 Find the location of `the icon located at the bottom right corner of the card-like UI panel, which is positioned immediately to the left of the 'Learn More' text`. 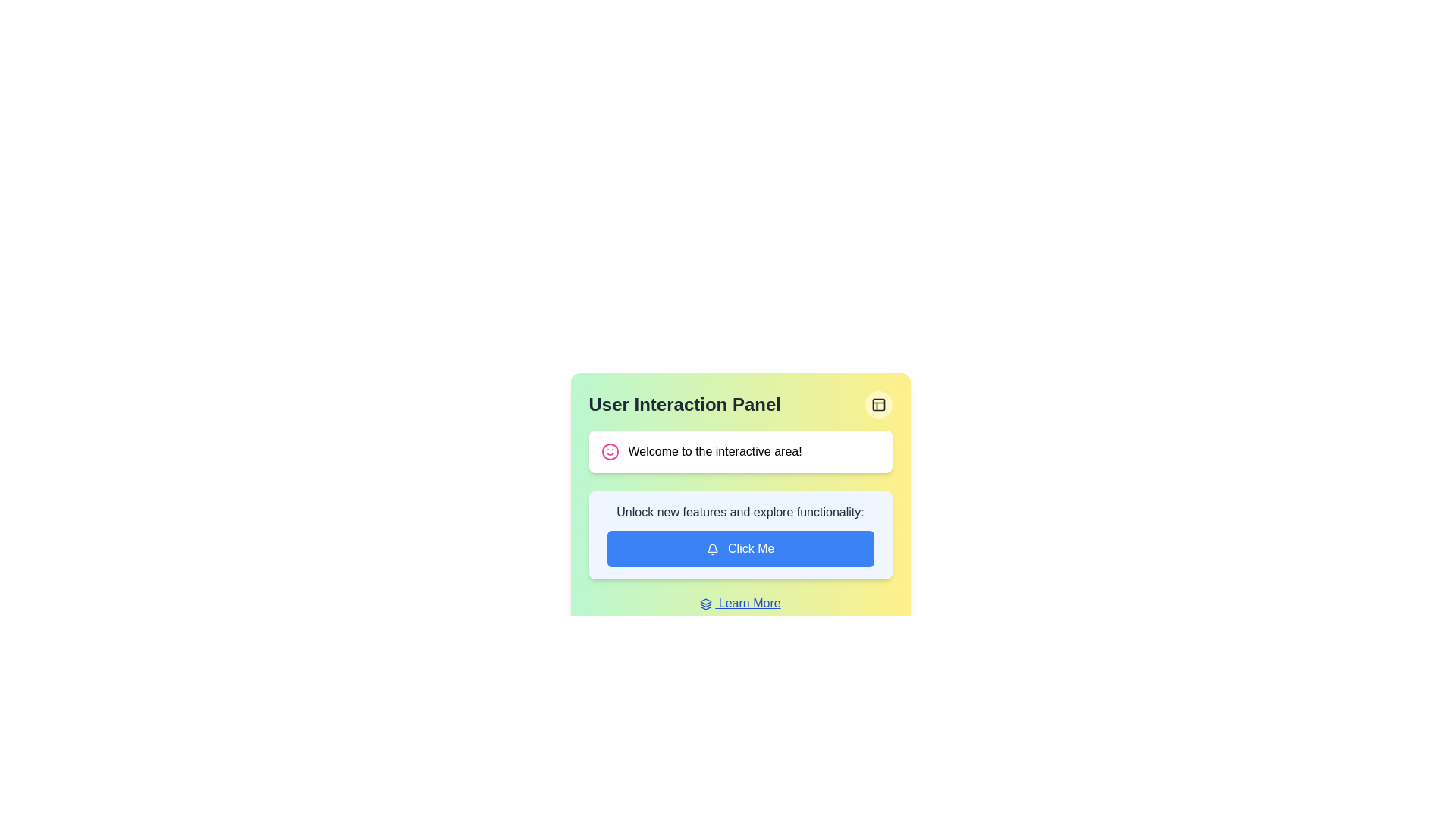

the icon located at the bottom right corner of the card-like UI panel, which is positioned immediately to the left of the 'Learn More' text is located at coordinates (705, 603).